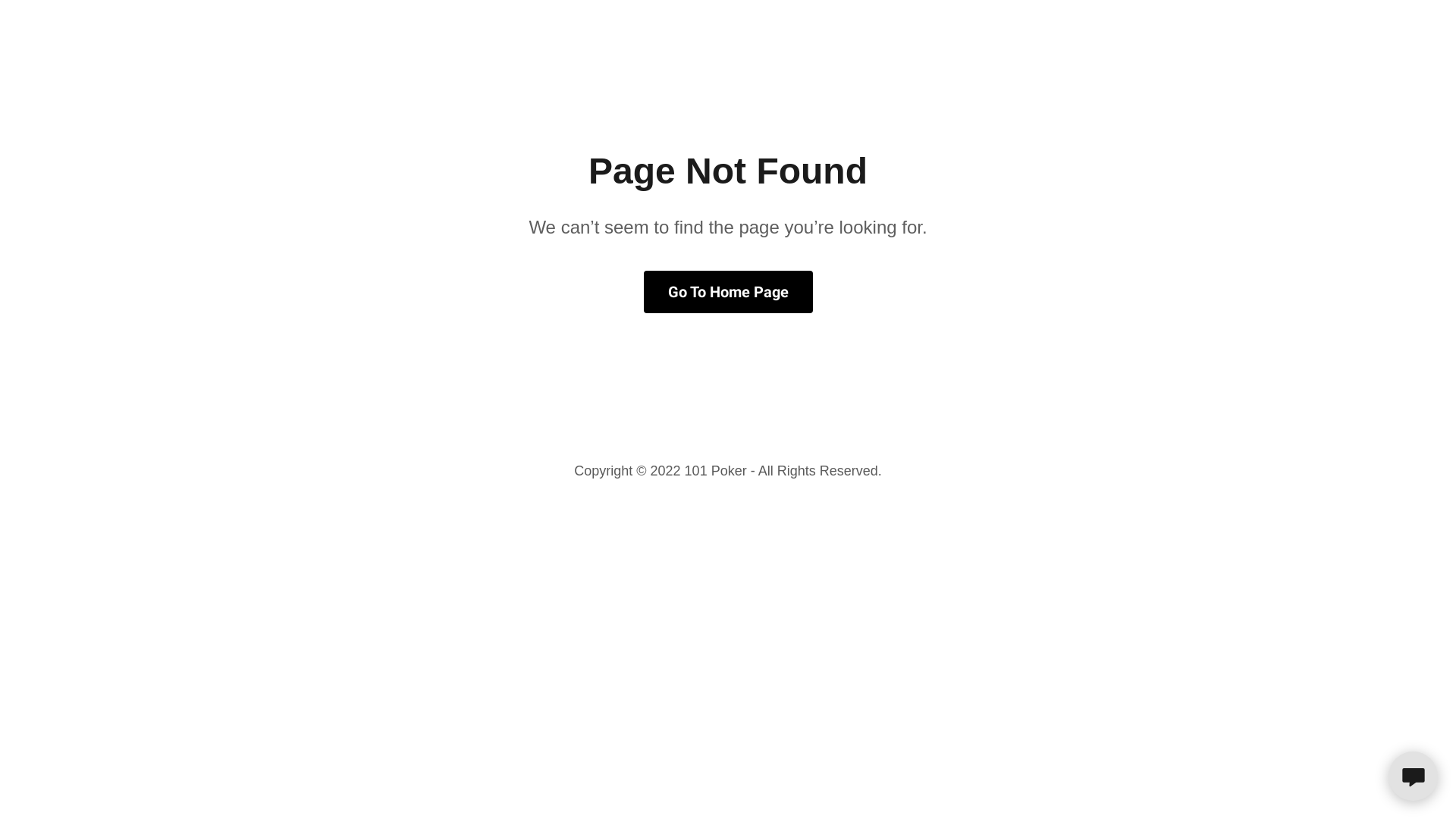  I want to click on 'Go To Home Page', so click(643, 292).